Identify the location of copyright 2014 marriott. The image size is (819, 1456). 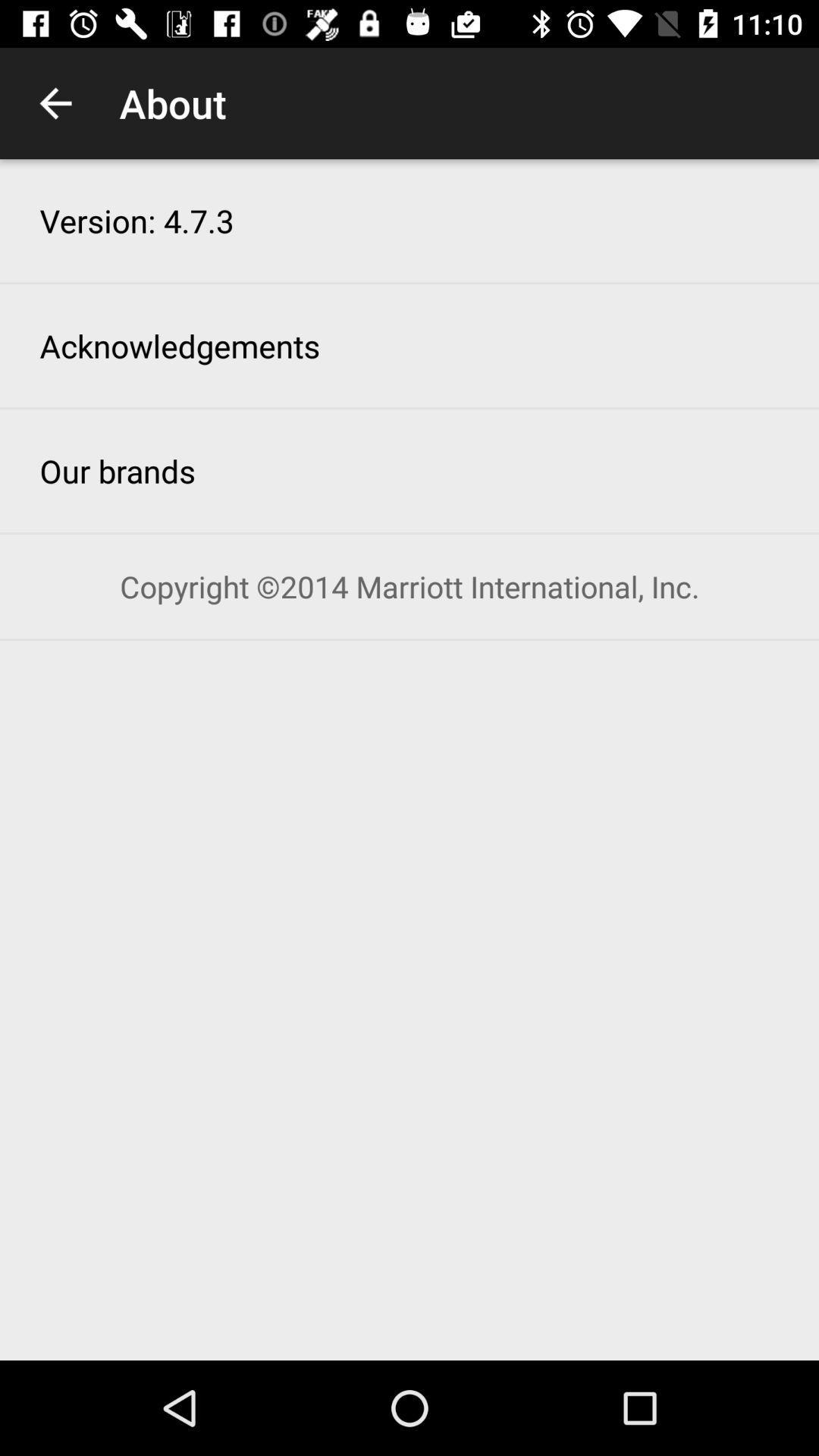
(409, 585).